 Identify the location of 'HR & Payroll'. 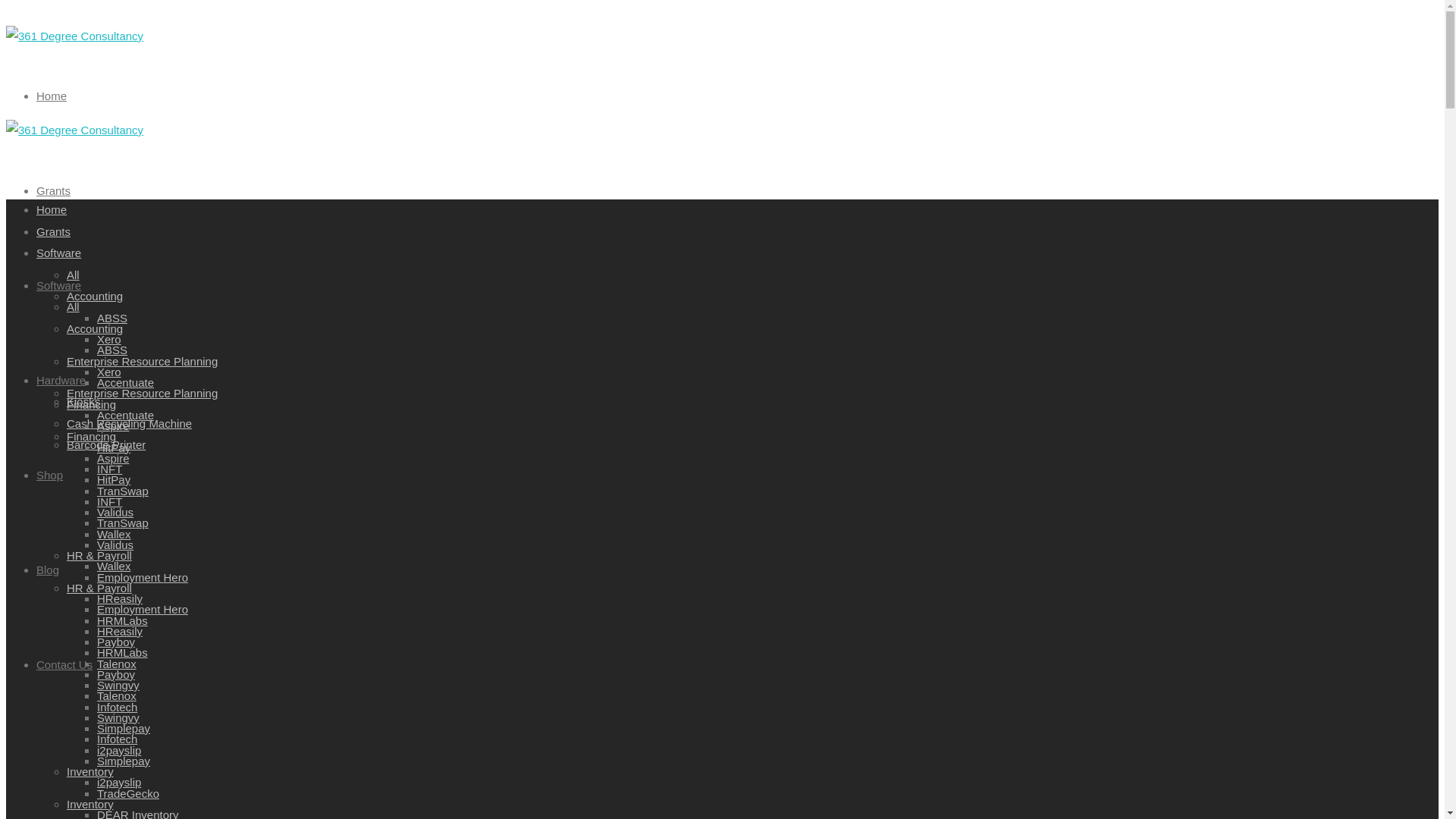
(65, 586).